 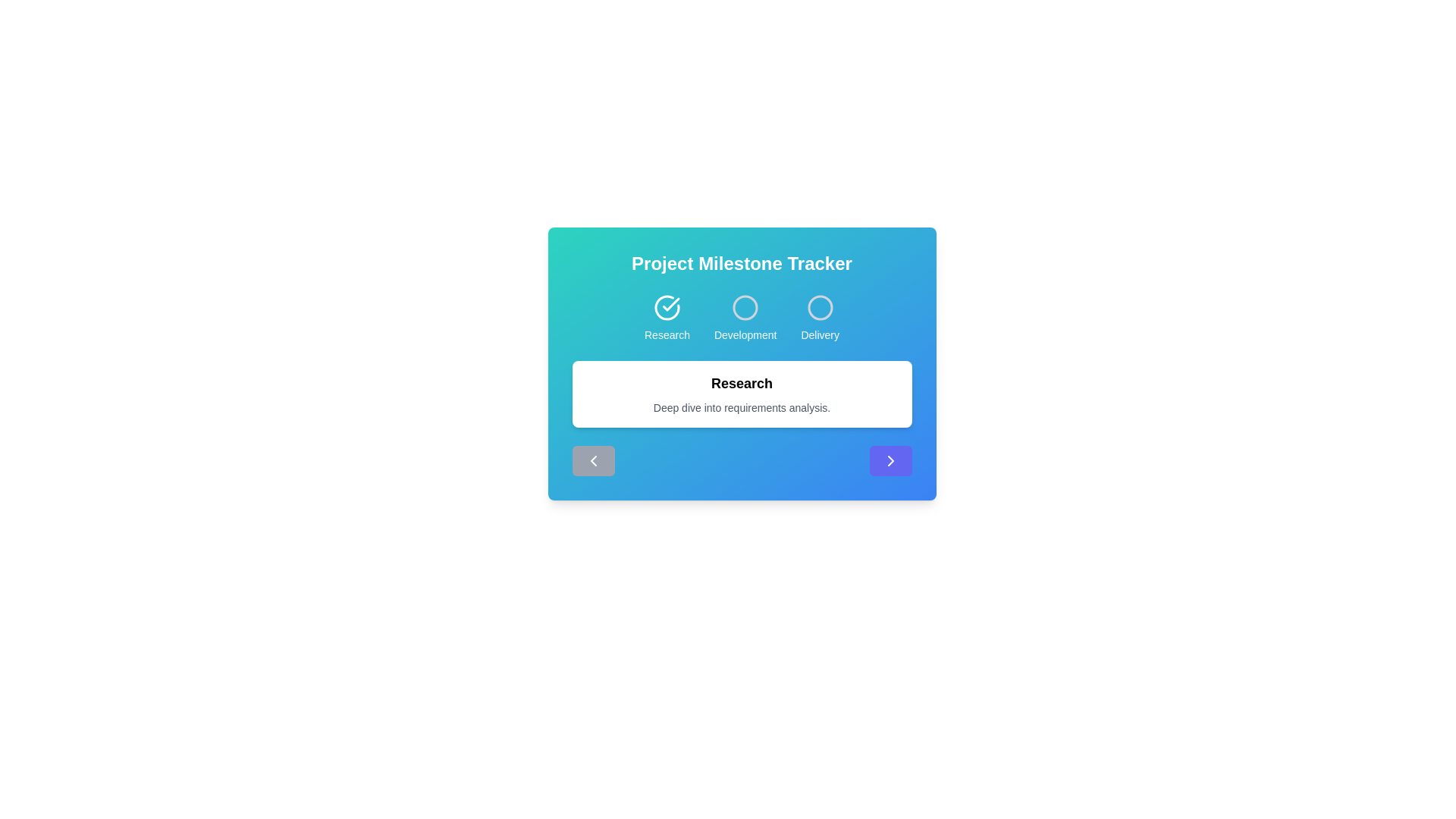 I want to click on the navigation control bar located at the bottom section of the 'Project Milestone Tracker' interface, which houses the navigation buttons for moving between different milestones or sections, so click(x=742, y=460).